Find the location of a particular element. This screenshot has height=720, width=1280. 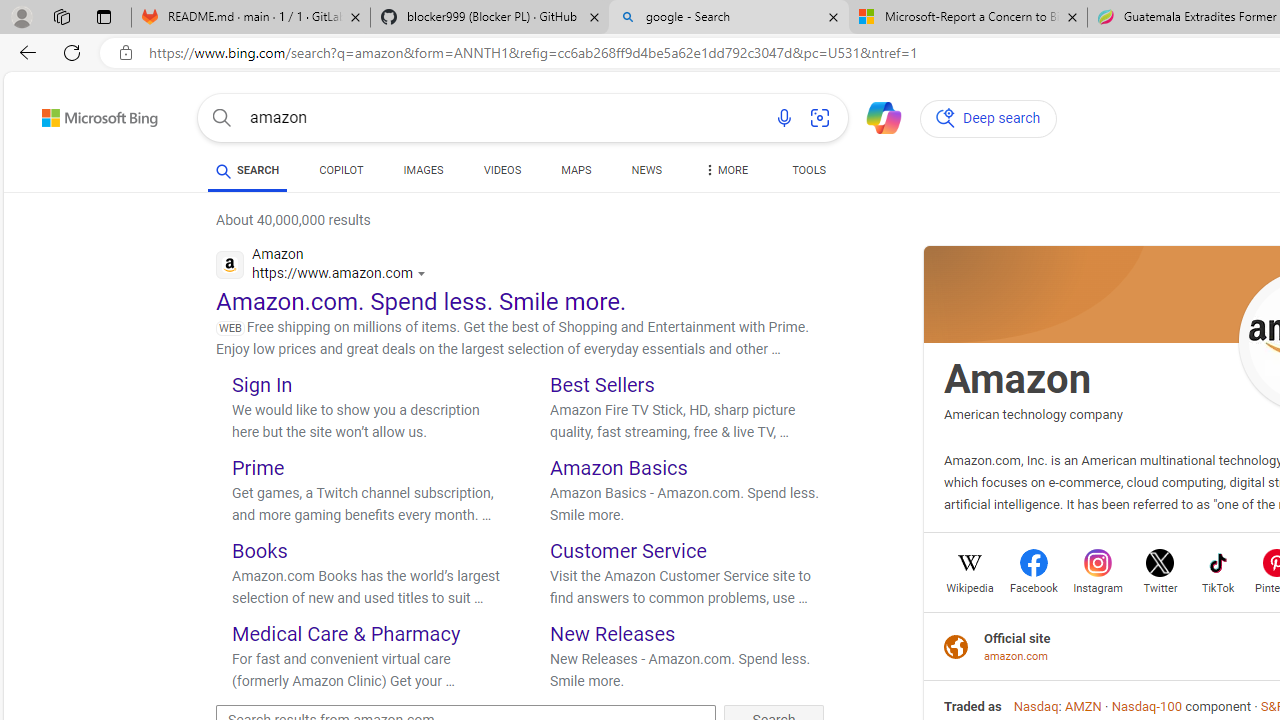

'Microsoft-Report a Concern to Bing' is located at coordinates (967, 17).